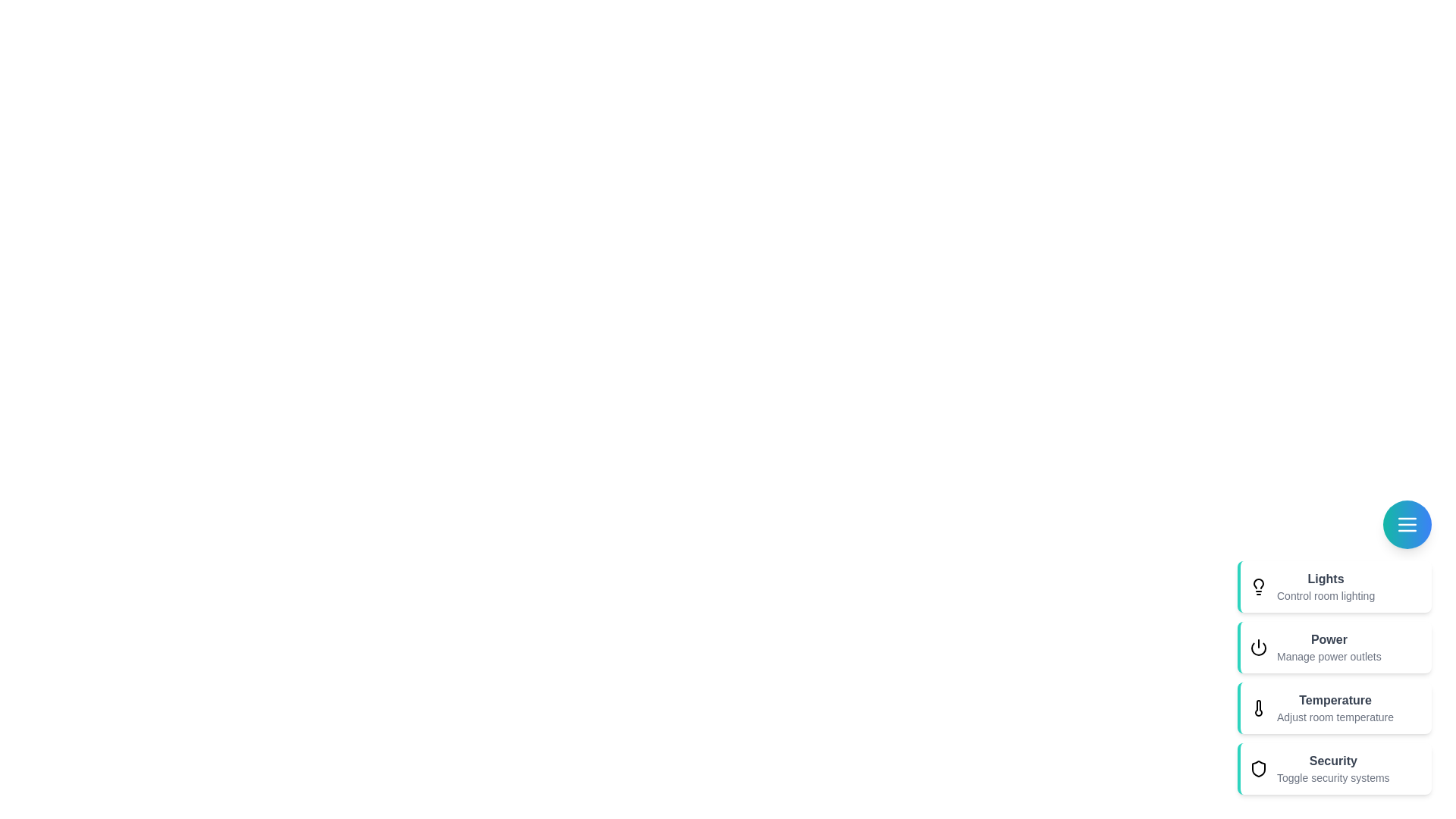 The image size is (1456, 819). What do you see at coordinates (1332, 769) in the screenshot?
I see `the action item Security to see its hover effect` at bounding box center [1332, 769].